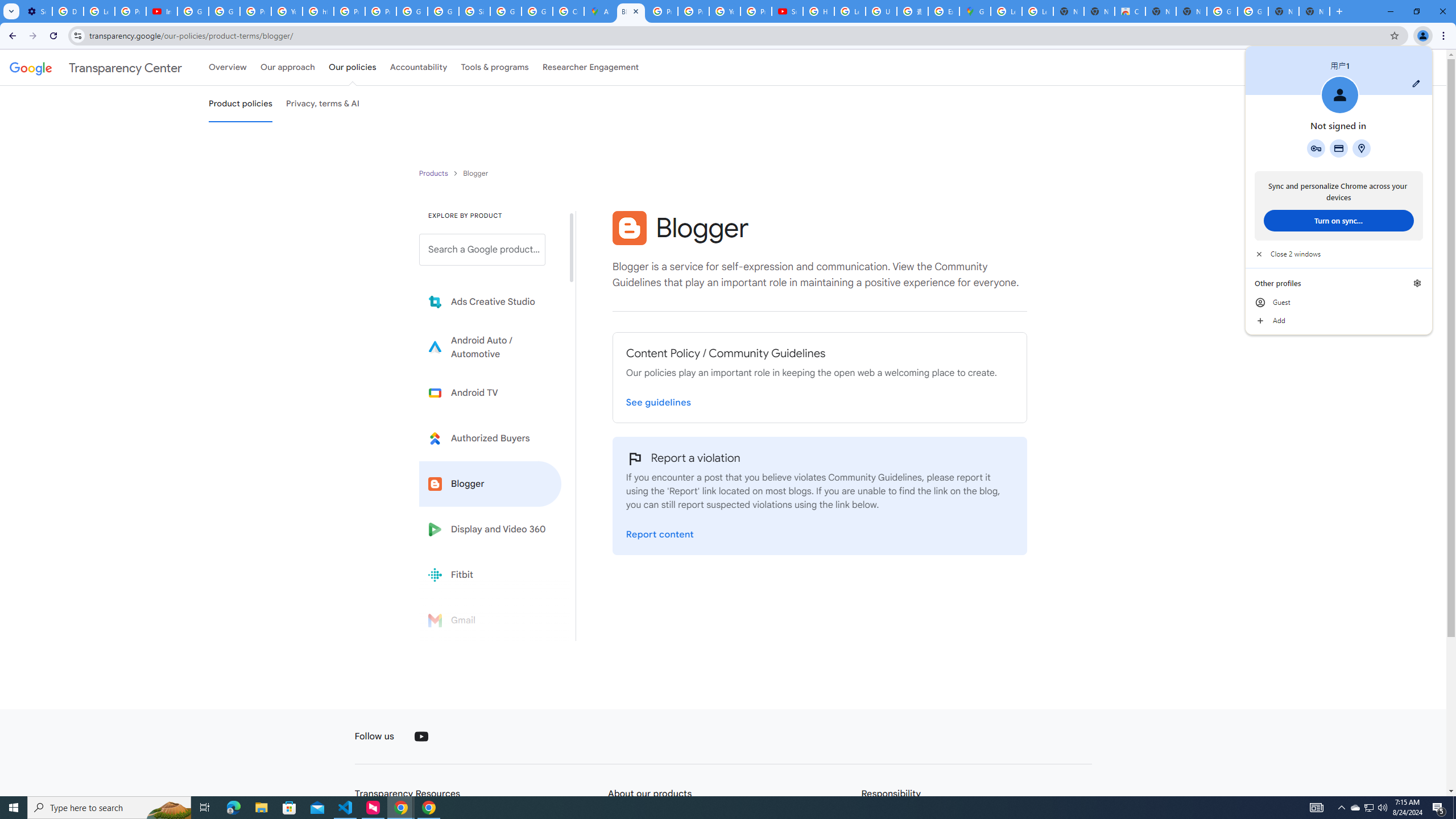 This screenshot has width=1456, height=819. I want to click on 'Researcher Engagement', so click(591, 67).